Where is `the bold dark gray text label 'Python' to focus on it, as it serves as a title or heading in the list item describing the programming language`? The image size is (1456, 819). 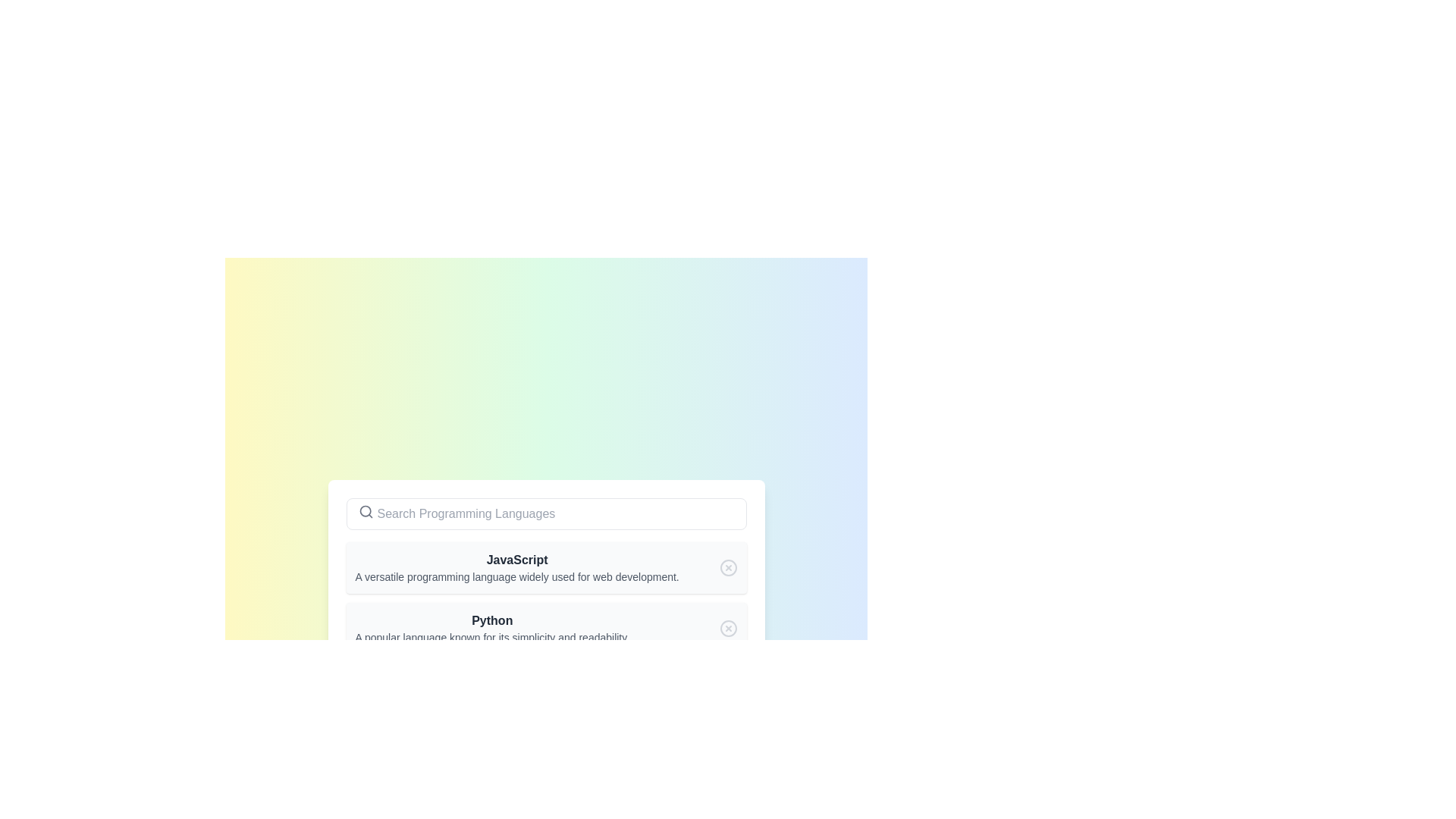
the bold dark gray text label 'Python' to focus on it, as it serves as a title or heading in the list item describing the programming language is located at coordinates (492, 620).